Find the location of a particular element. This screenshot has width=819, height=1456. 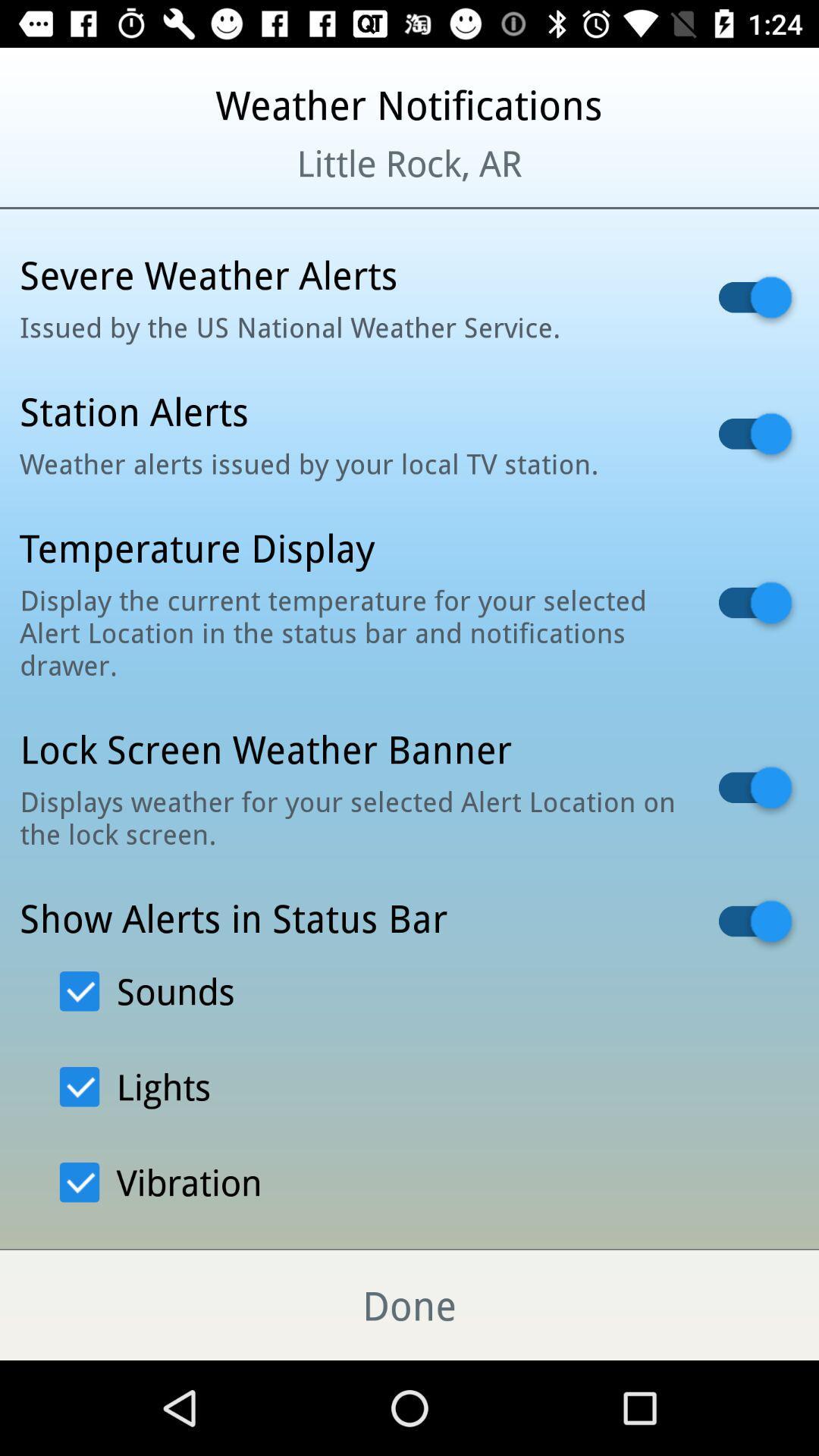

the item below the temperature display item is located at coordinates (350, 632).